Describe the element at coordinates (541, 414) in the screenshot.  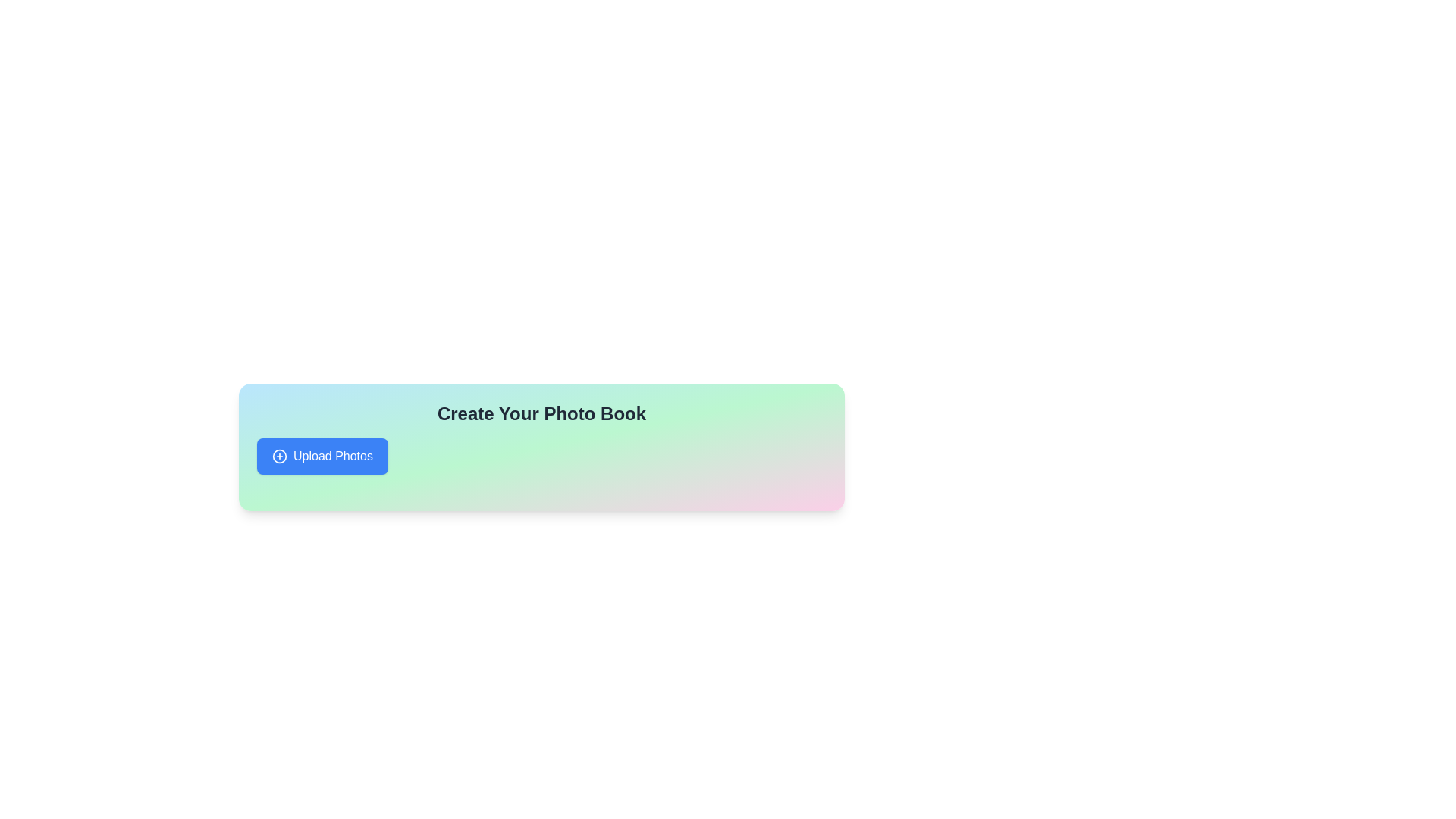
I see `the text label or heading indicating the main purpose of creating a photo book, which is located above the blue 'Upload Photos' button` at that location.